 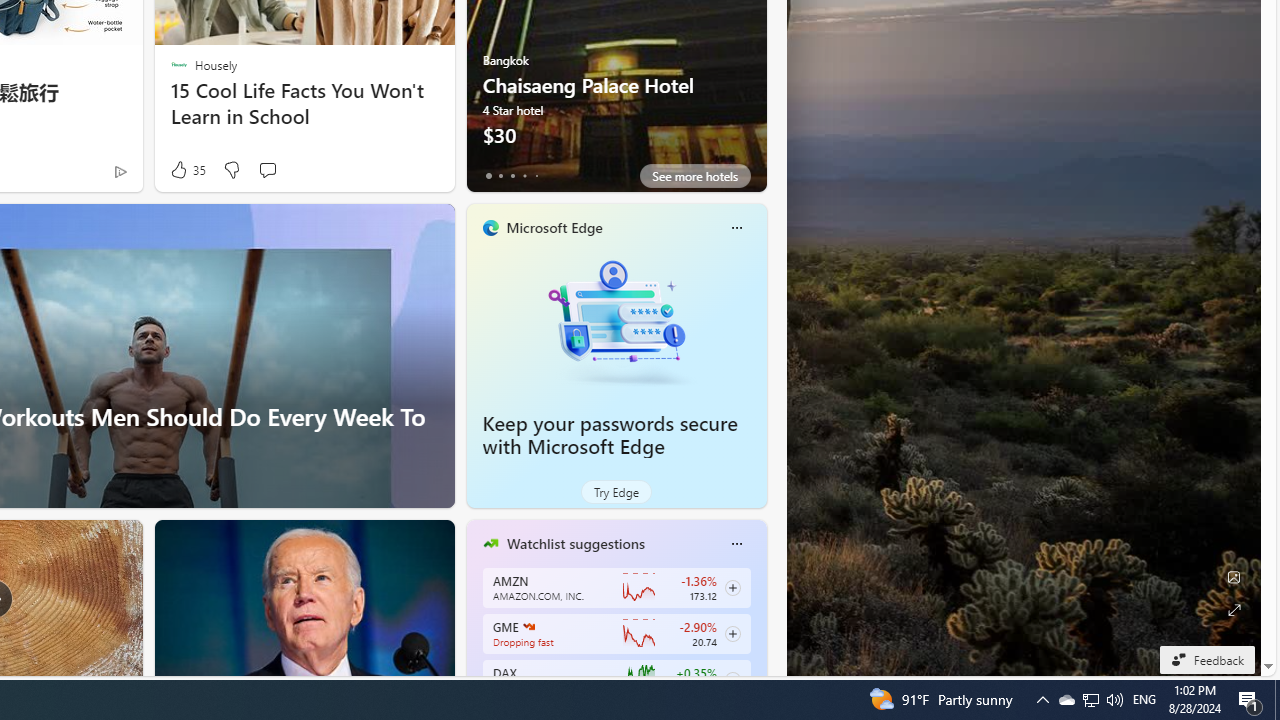 I want to click on 'Dislike', so click(x=231, y=169).